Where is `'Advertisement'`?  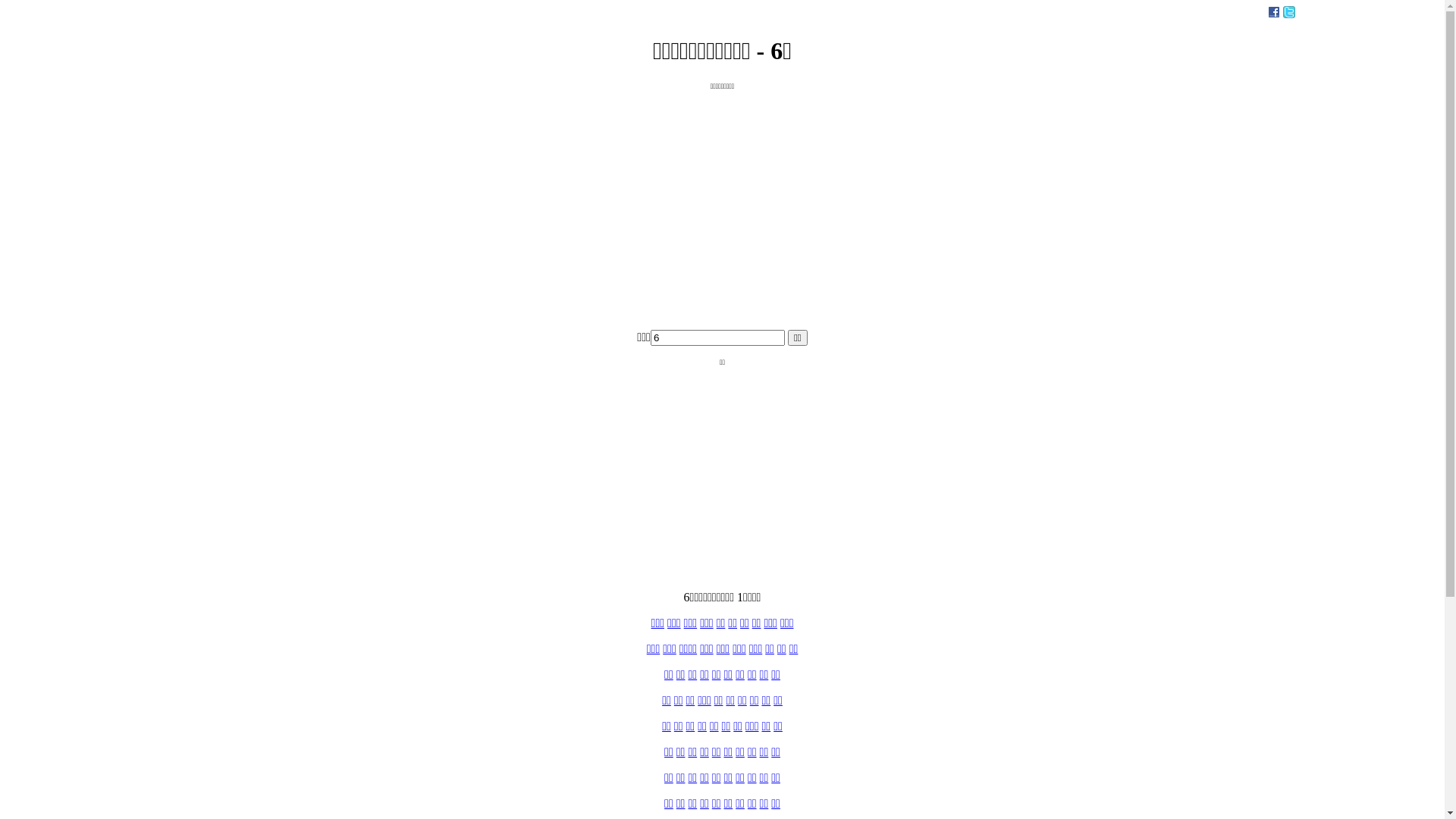 'Advertisement' is located at coordinates (720, 472).